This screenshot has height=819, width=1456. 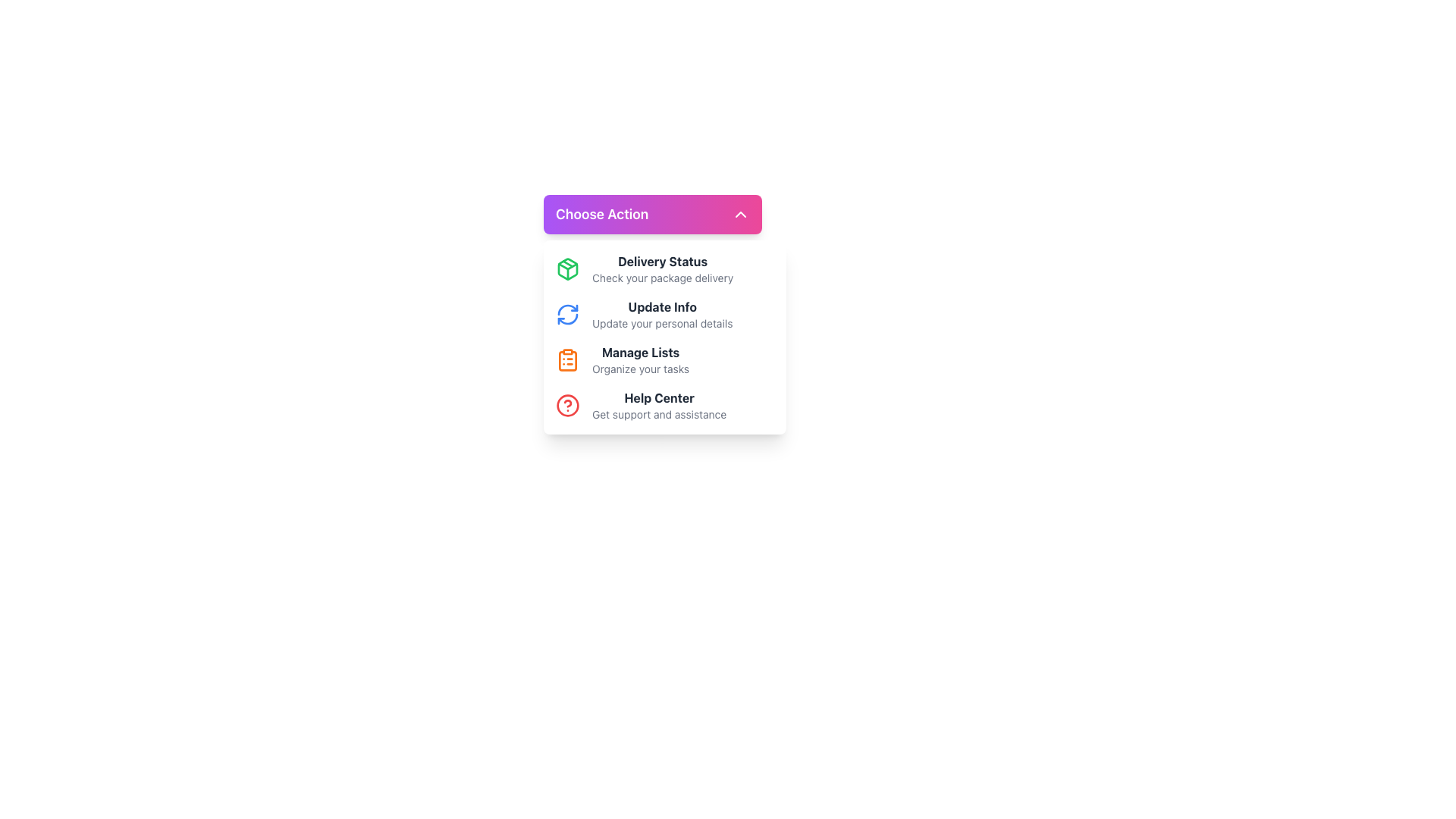 What do you see at coordinates (652, 214) in the screenshot?
I see `the Dropdown toggle button labeled 'Choose Action' with a gradient background` at bounding box center [652, 214].